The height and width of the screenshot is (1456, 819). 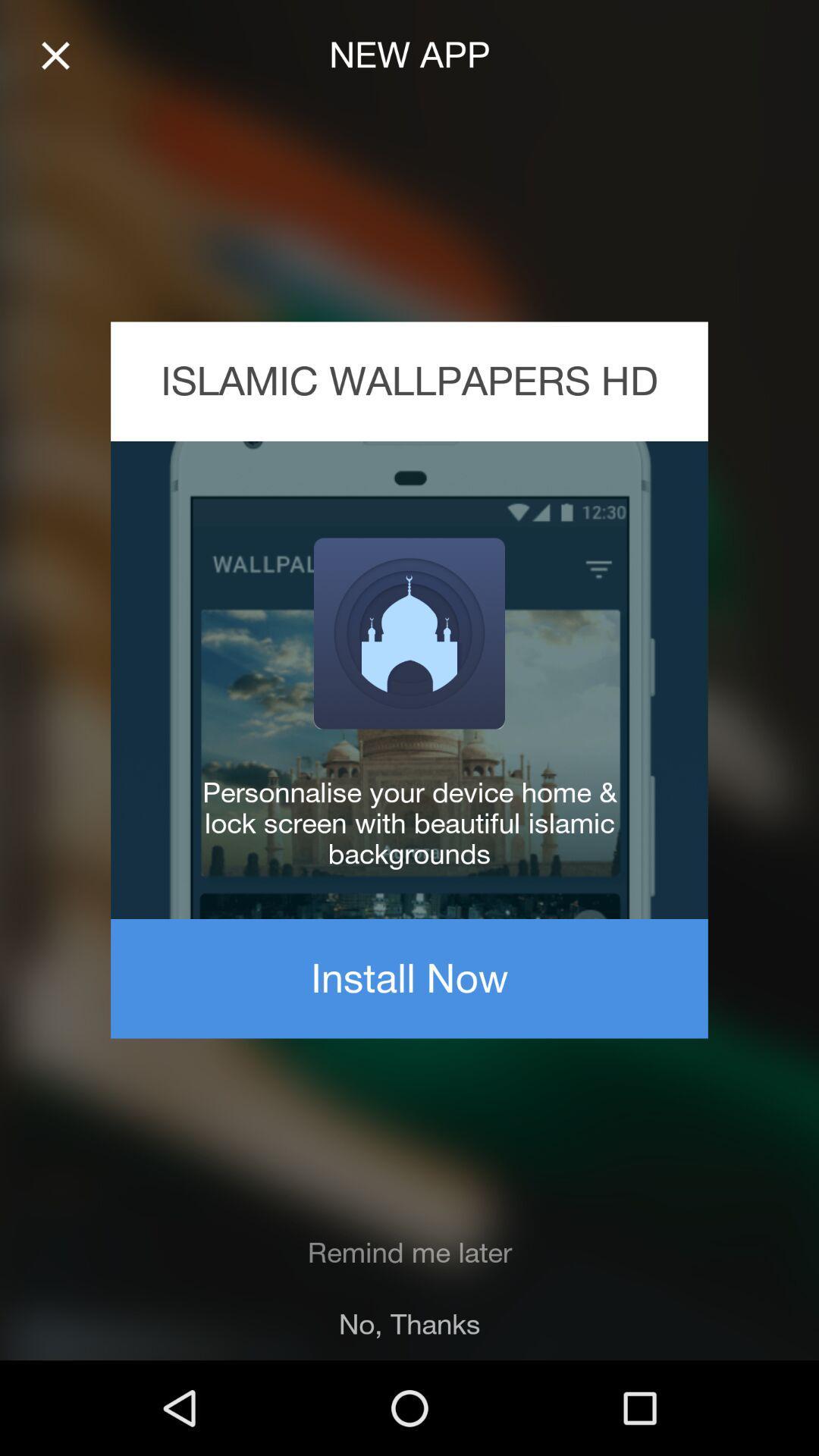 I want to click on item below install now, so click(x=409, y=1253).